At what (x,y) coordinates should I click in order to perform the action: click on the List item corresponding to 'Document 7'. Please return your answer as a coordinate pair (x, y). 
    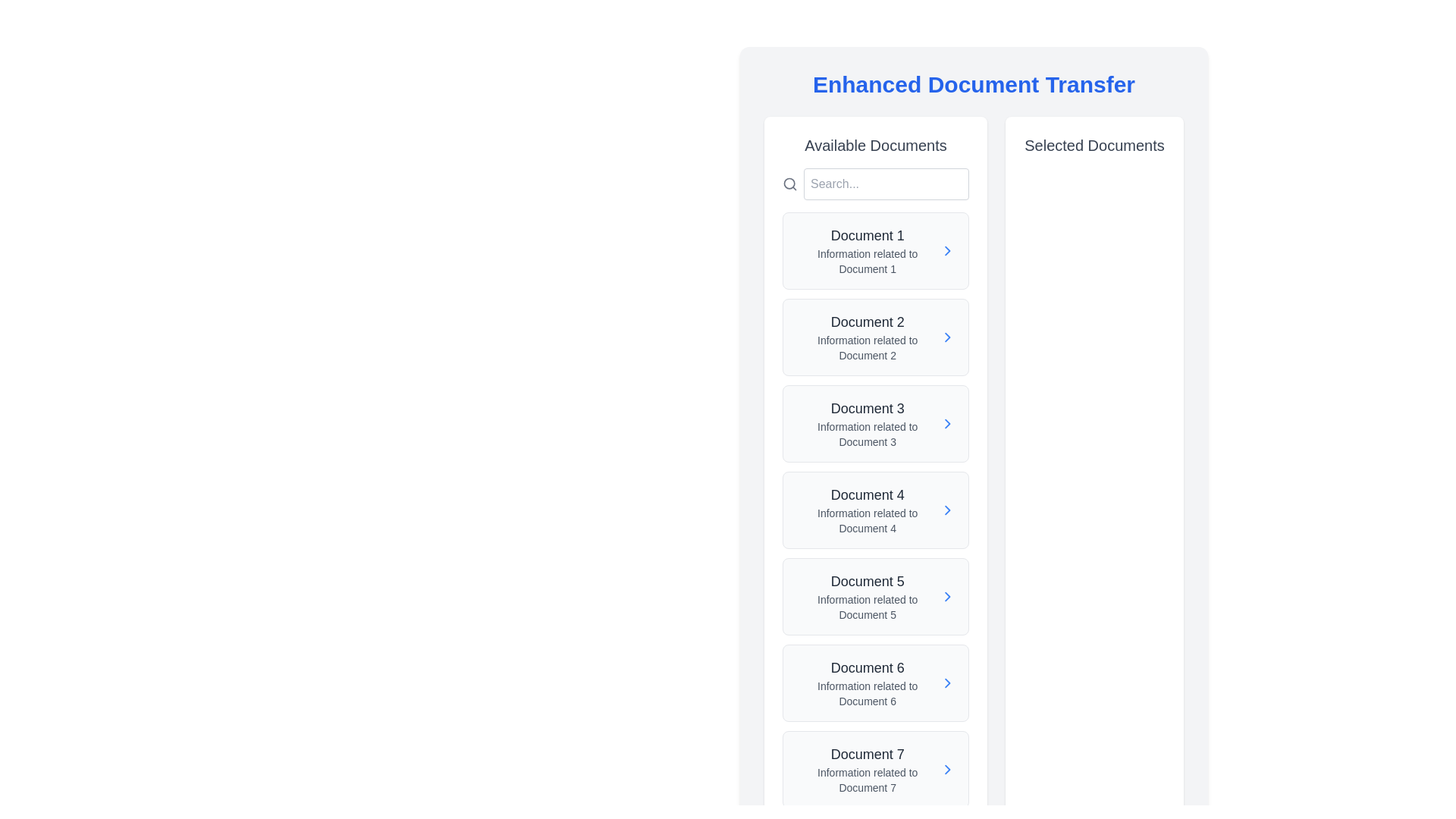
    Looking at the image, I should click on (876, 769).